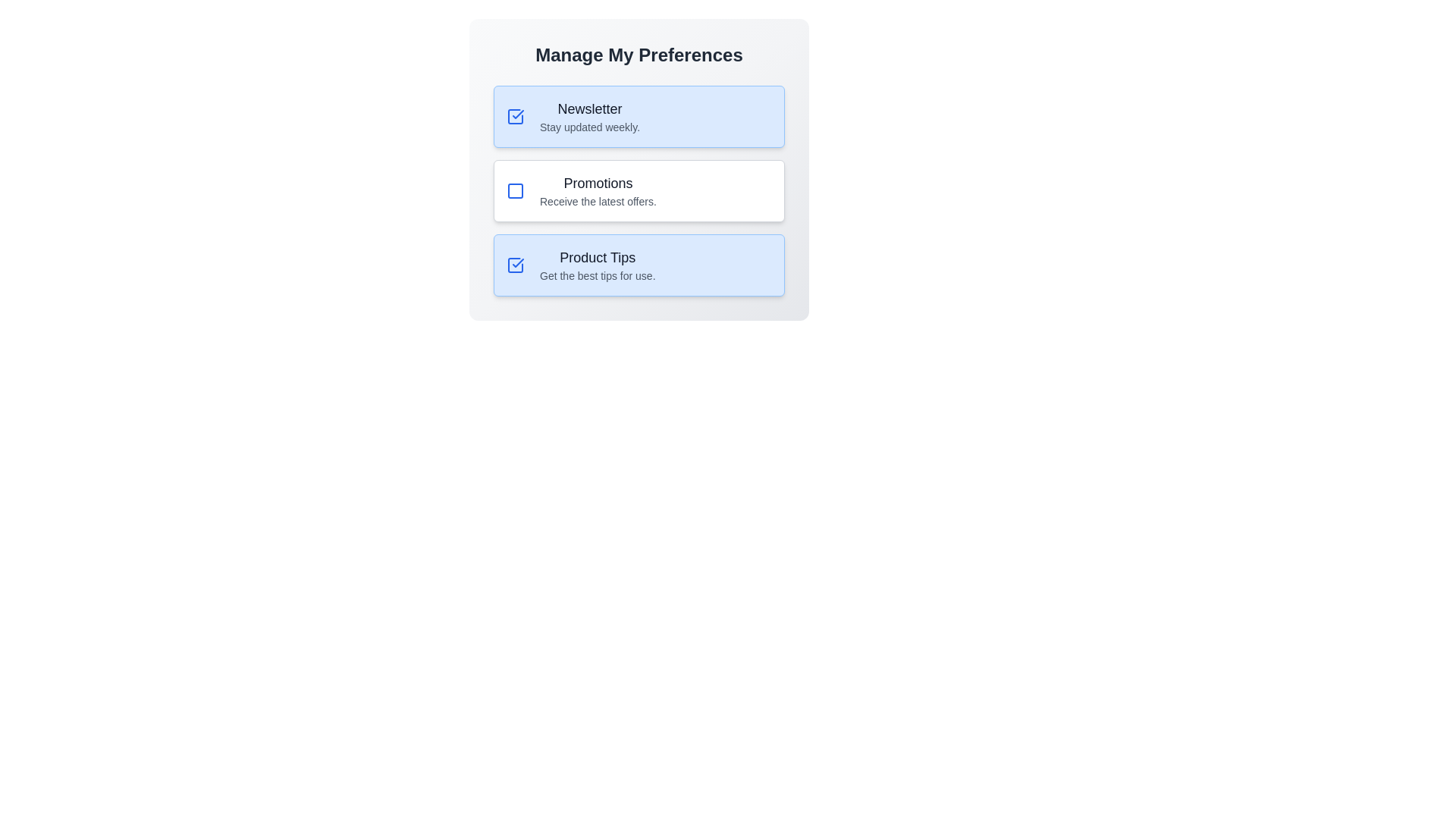  I want to click on the Checked checkbox icon located on the left side of the third option titled 'Product Tips', which is styled in blue and represents a checked state, so click(516, 265).